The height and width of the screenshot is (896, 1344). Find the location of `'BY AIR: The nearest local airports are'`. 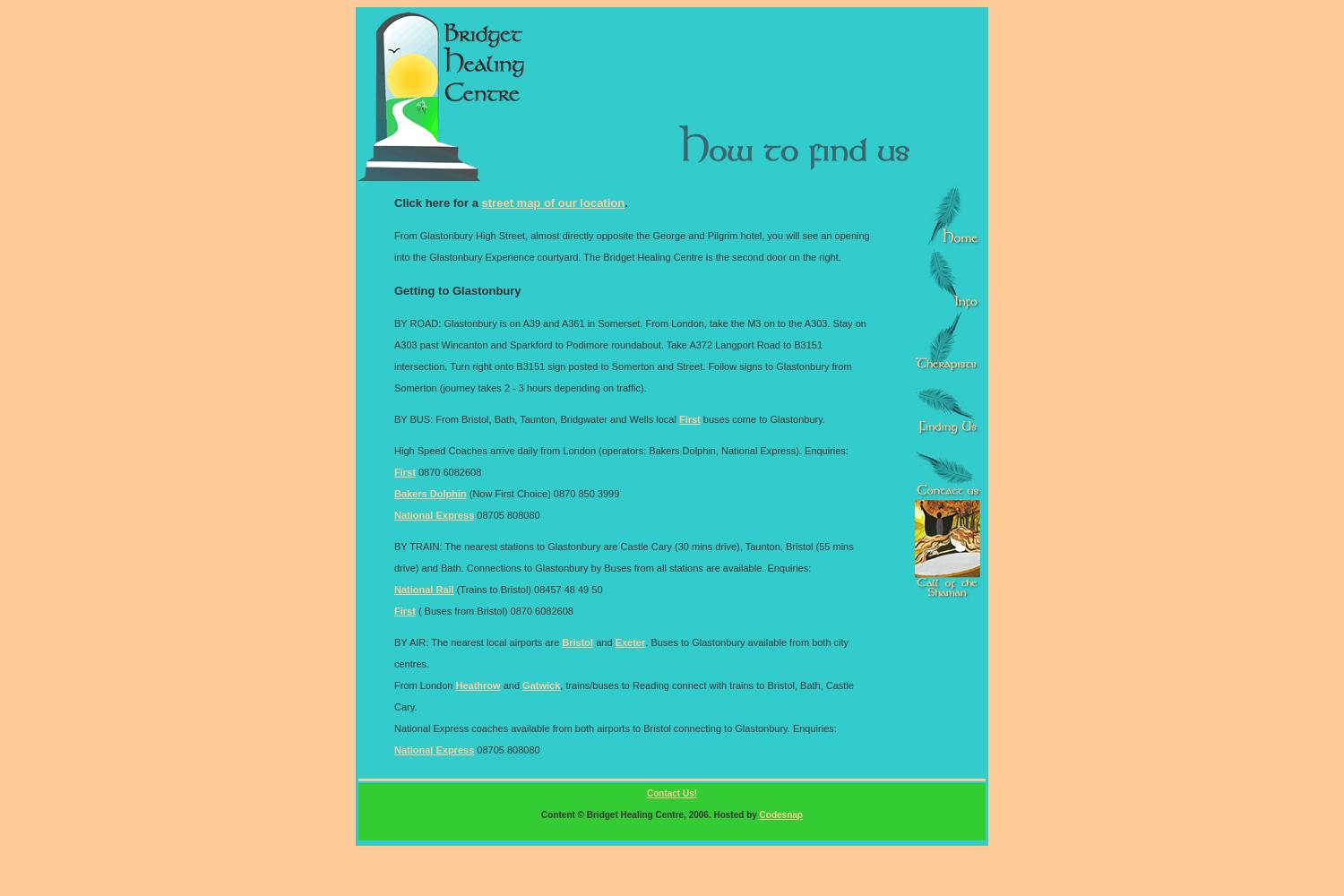

'BY AIR: The nearest local airports are' is located at coordinates (392, 641).